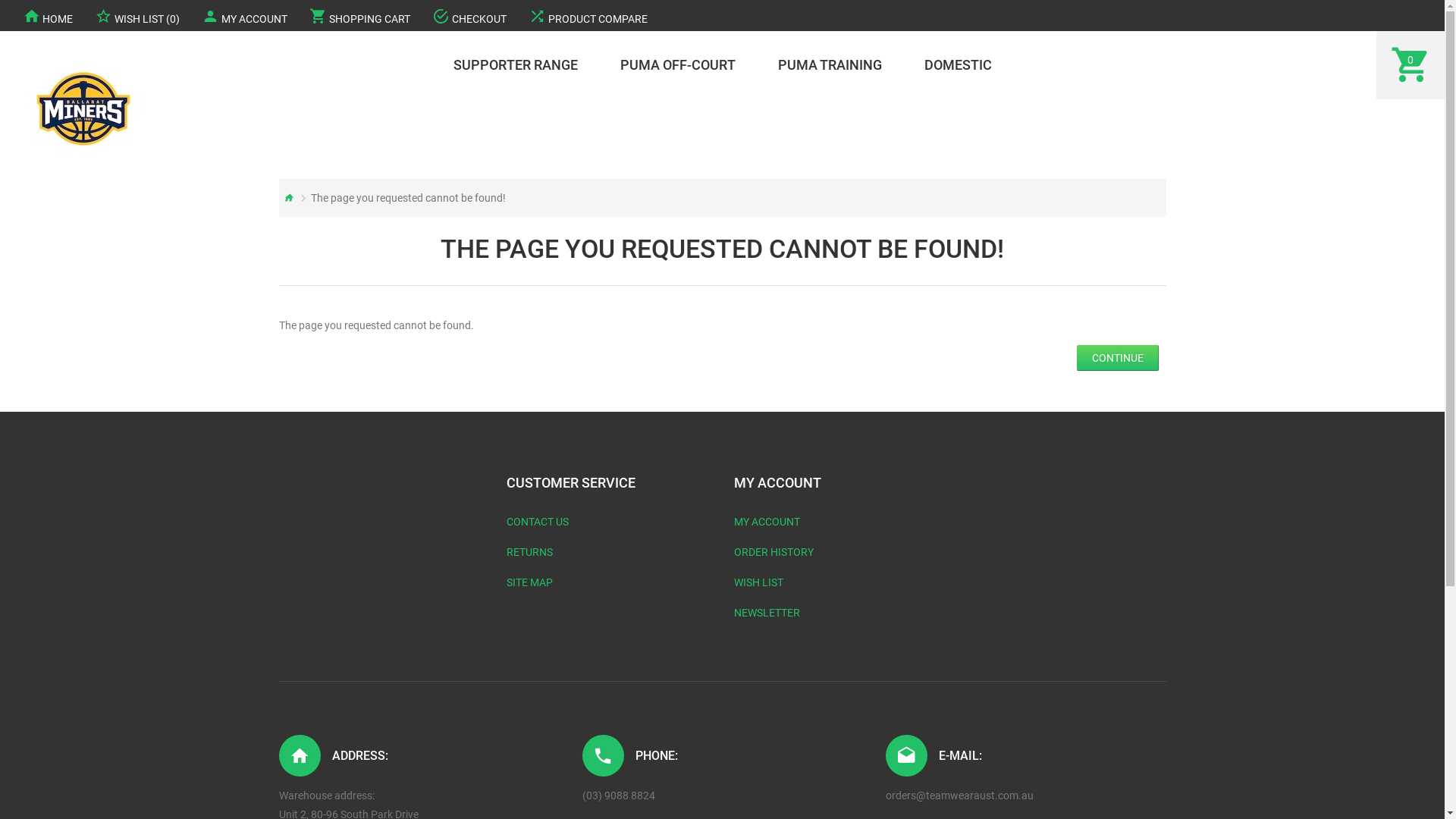  I want to click on 'NEWSLETTER', so click(734, 611).